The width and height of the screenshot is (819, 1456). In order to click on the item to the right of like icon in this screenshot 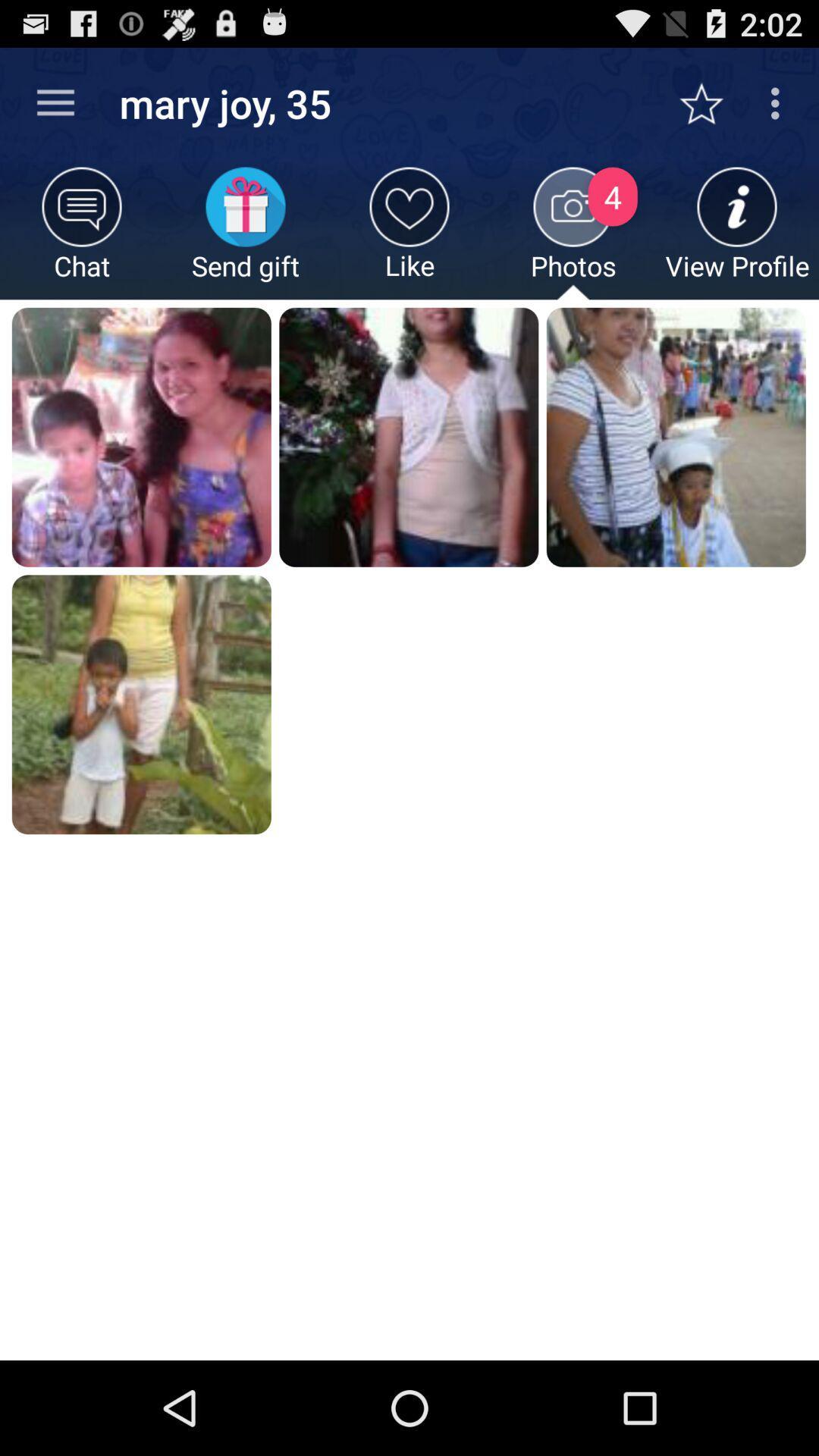, I will do `click(573, 232)`.